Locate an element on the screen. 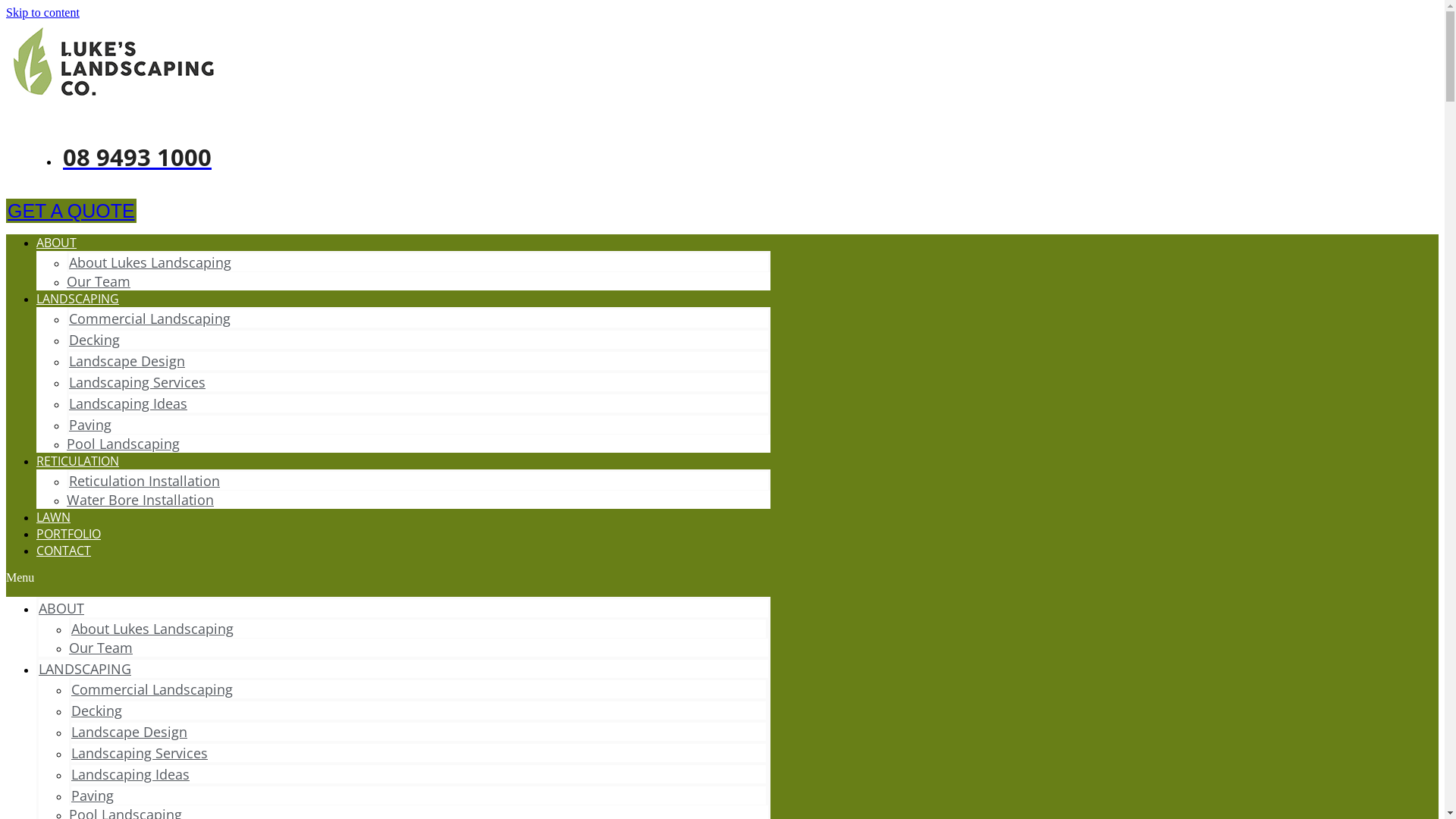  '08 9493 1000' is located at coordinates (135, 157).